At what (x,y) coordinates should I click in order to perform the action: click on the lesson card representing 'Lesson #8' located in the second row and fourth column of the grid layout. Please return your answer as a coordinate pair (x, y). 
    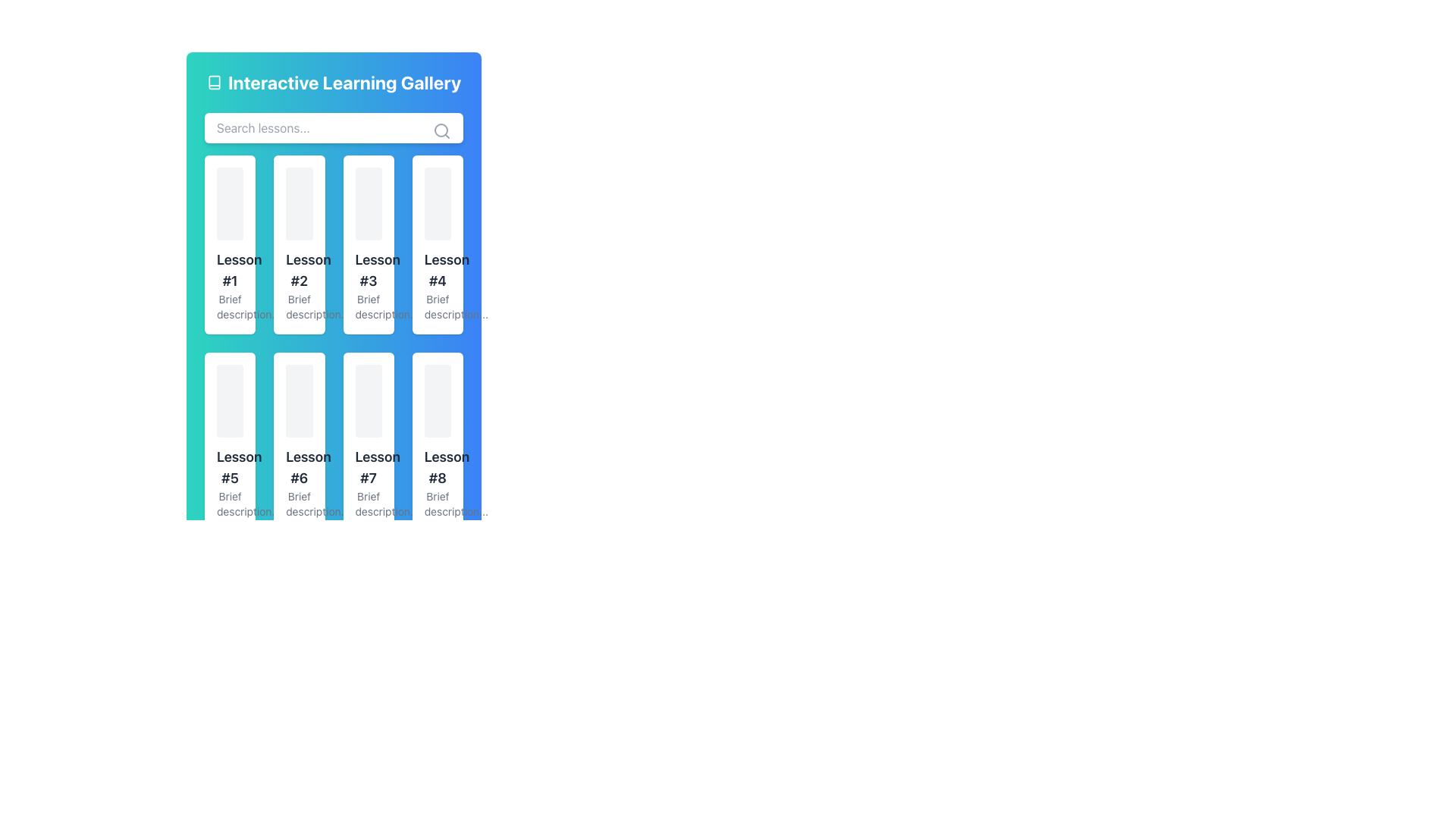
    Looking at the image, I should click on (437, 441).